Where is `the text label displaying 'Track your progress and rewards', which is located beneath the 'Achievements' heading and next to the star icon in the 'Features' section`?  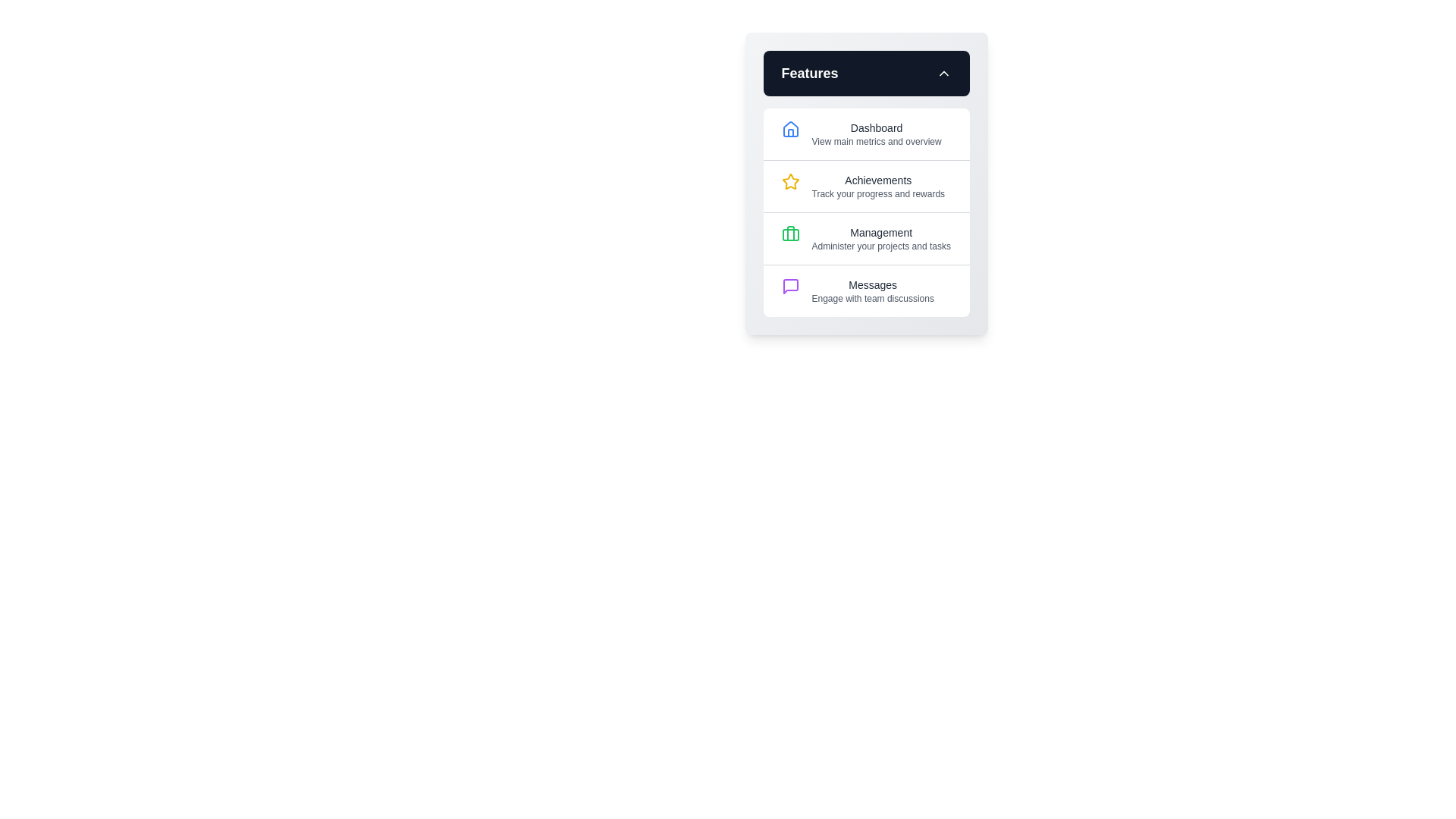
the text label displaying 'Track your progress and rewards', which is located beneath the 'Achievements' heading and next to the star icon in the 'Features' section is located at coordinates (878, 193).